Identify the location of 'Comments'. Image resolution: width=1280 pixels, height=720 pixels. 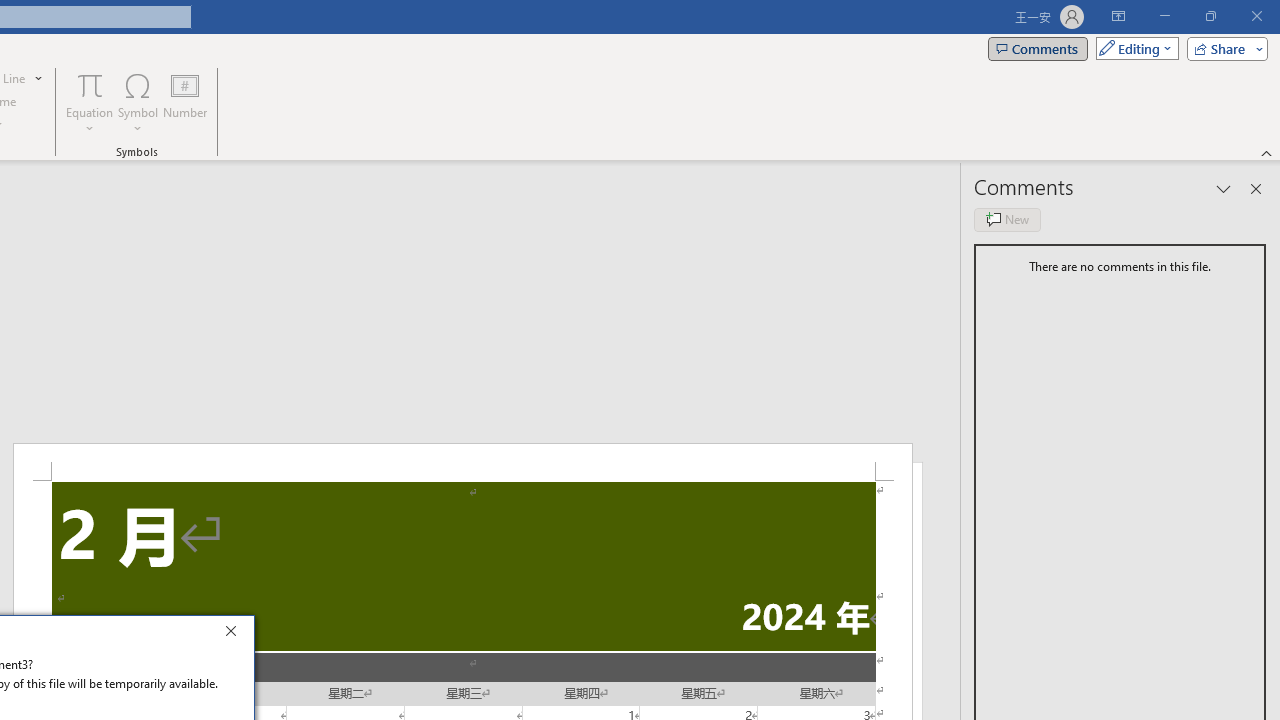
(1038, 47).